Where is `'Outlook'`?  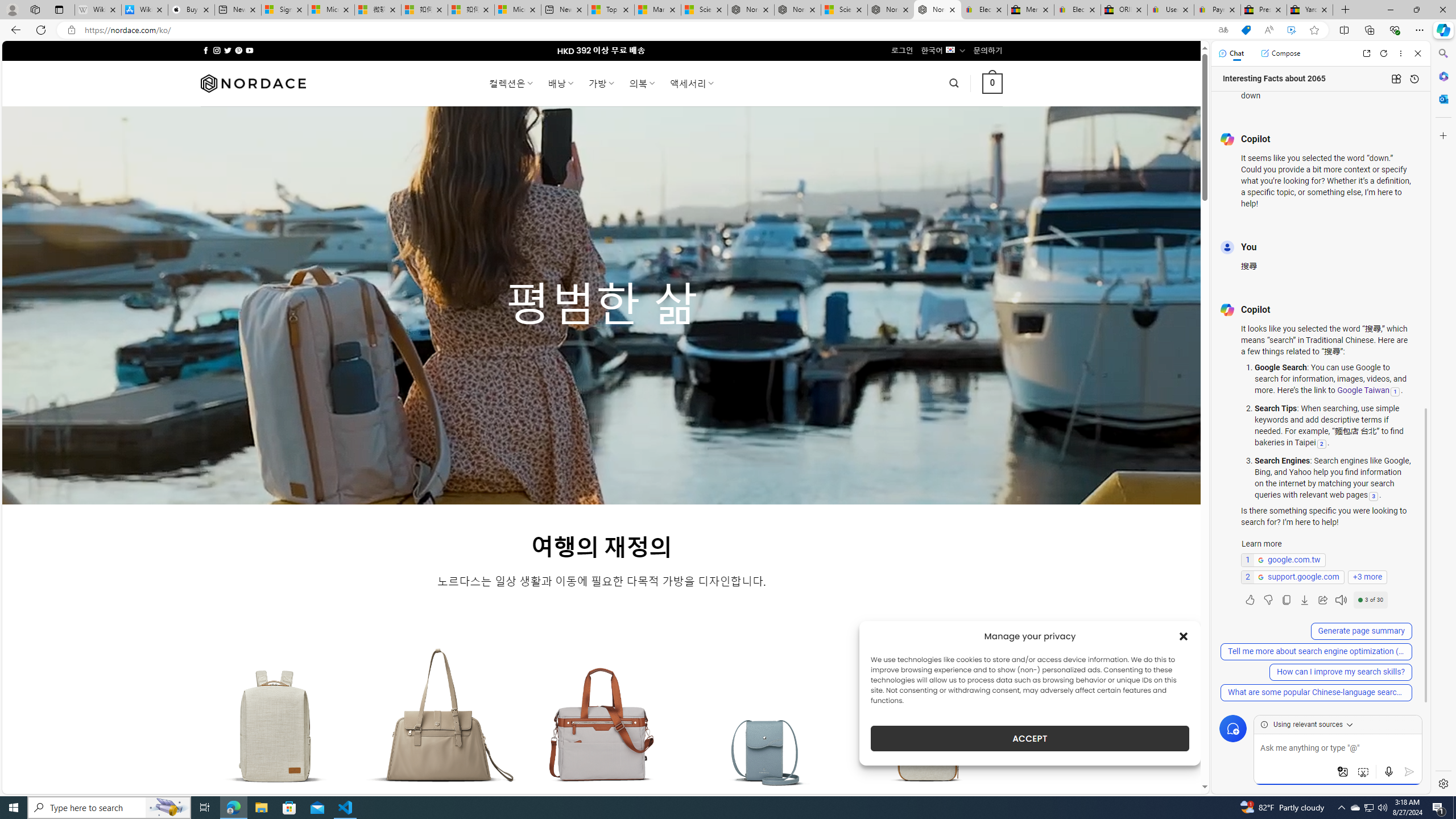 'Outlook' is located at coordinates (1442, 98).